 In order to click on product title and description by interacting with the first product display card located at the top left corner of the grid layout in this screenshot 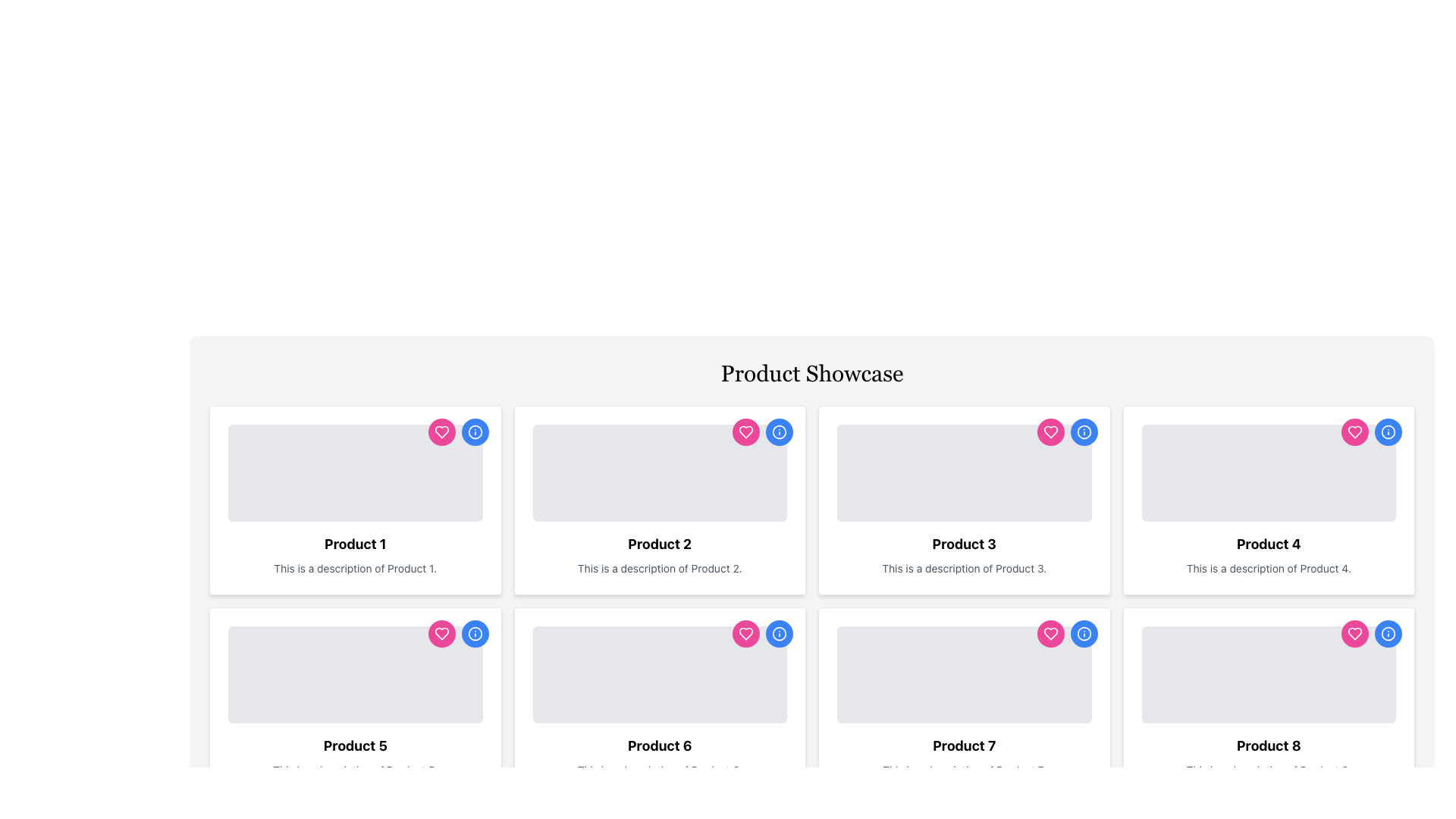, I will do `click(354, 500)`.